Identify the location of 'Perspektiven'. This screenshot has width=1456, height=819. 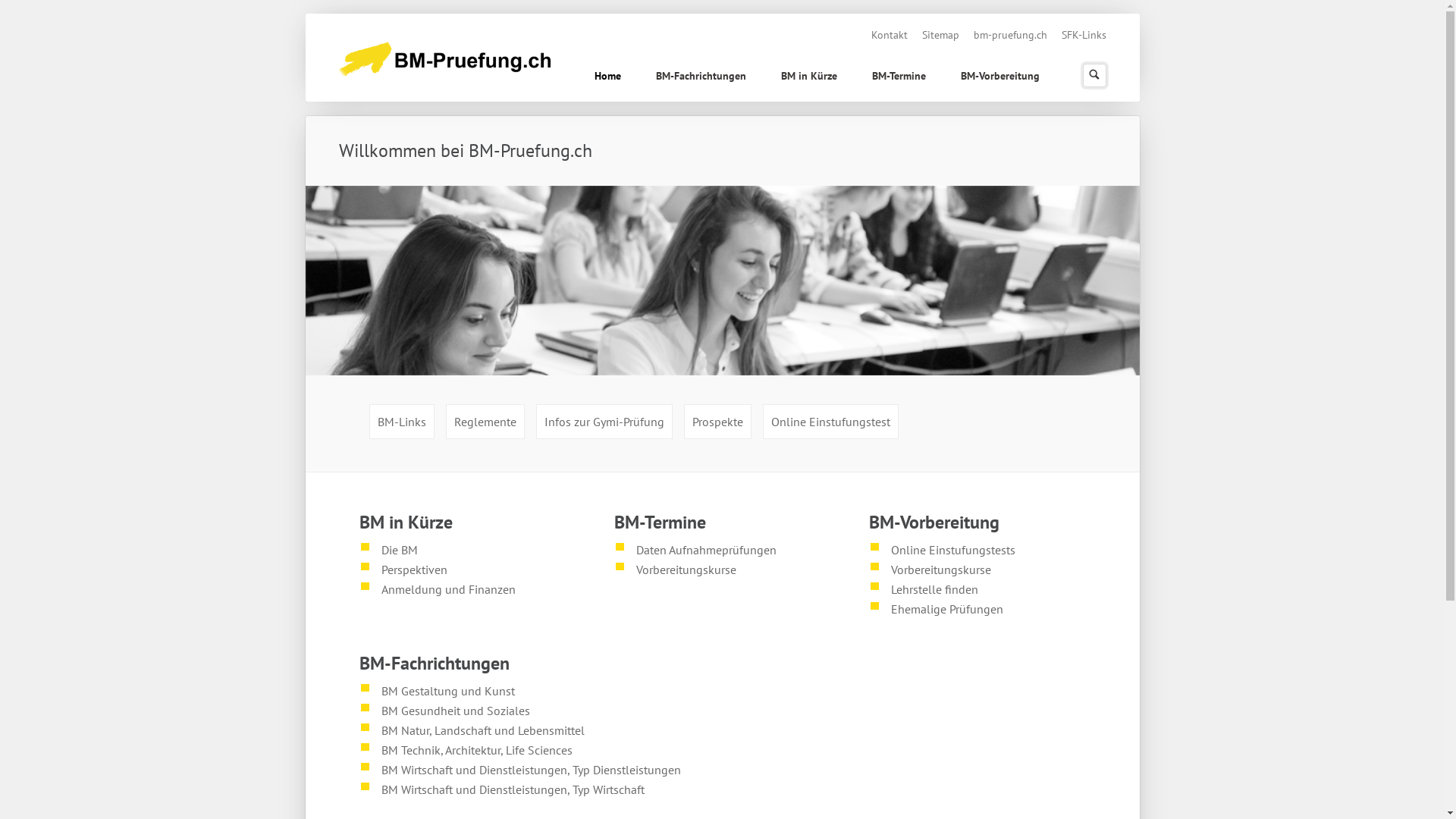
(414, 570).